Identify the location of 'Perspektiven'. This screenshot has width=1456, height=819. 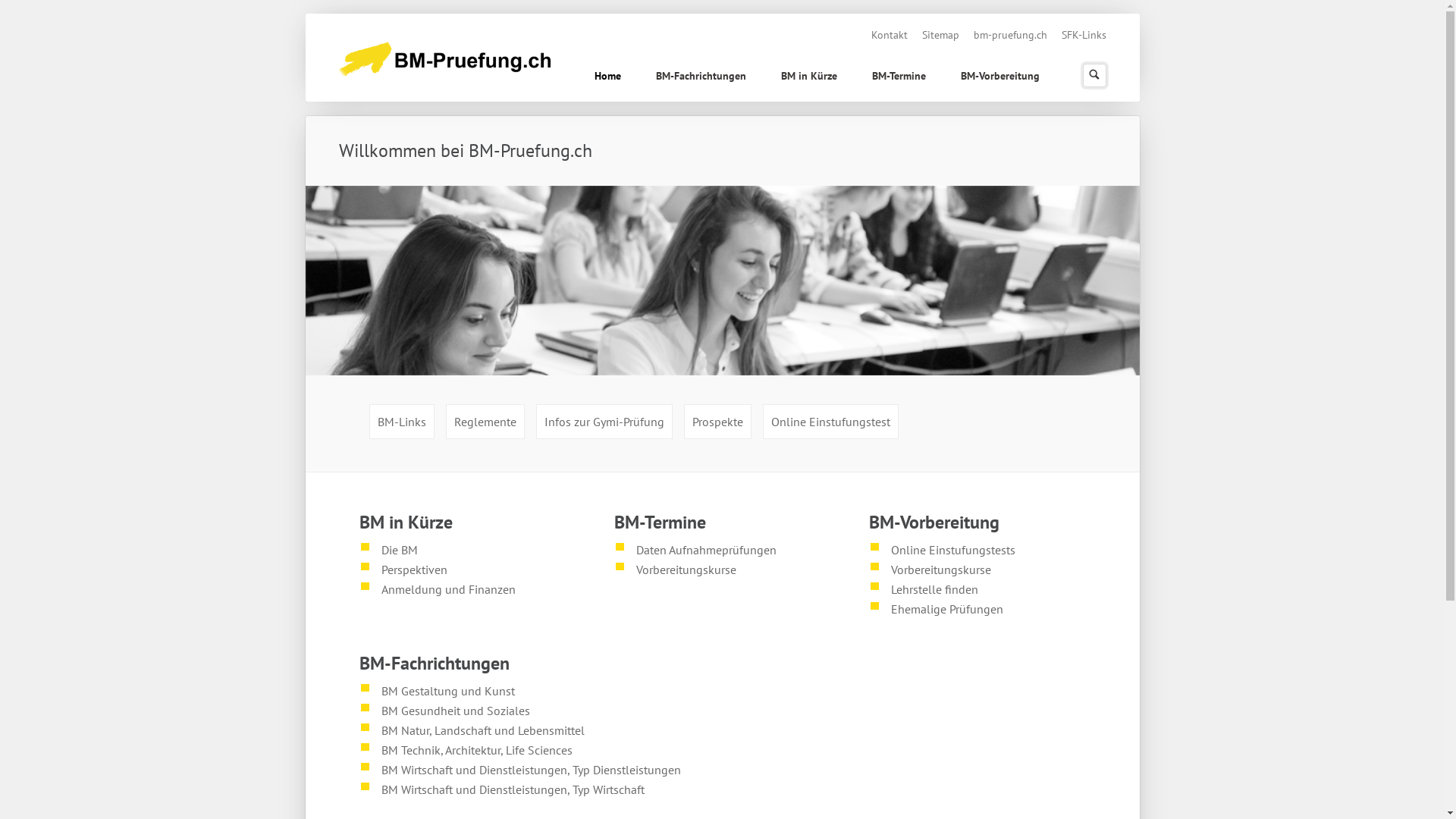
(414, 570).